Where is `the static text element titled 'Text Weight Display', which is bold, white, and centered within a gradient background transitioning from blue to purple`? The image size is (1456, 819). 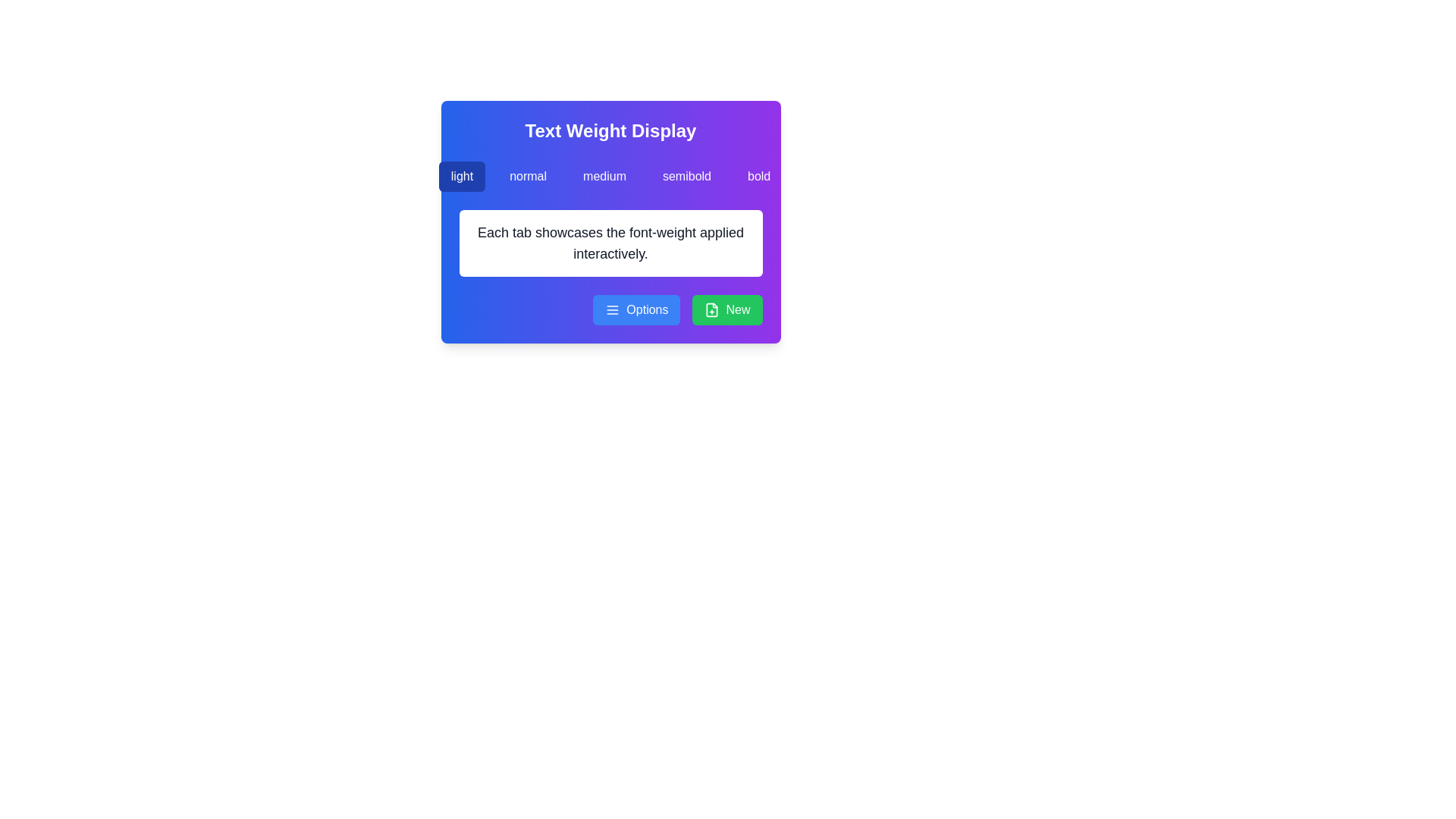
the static text element titled 'Text Weight Display', which is bold, white, and centered within a gradient background transitioning from blue to purple is located at coordinates (610, 130).